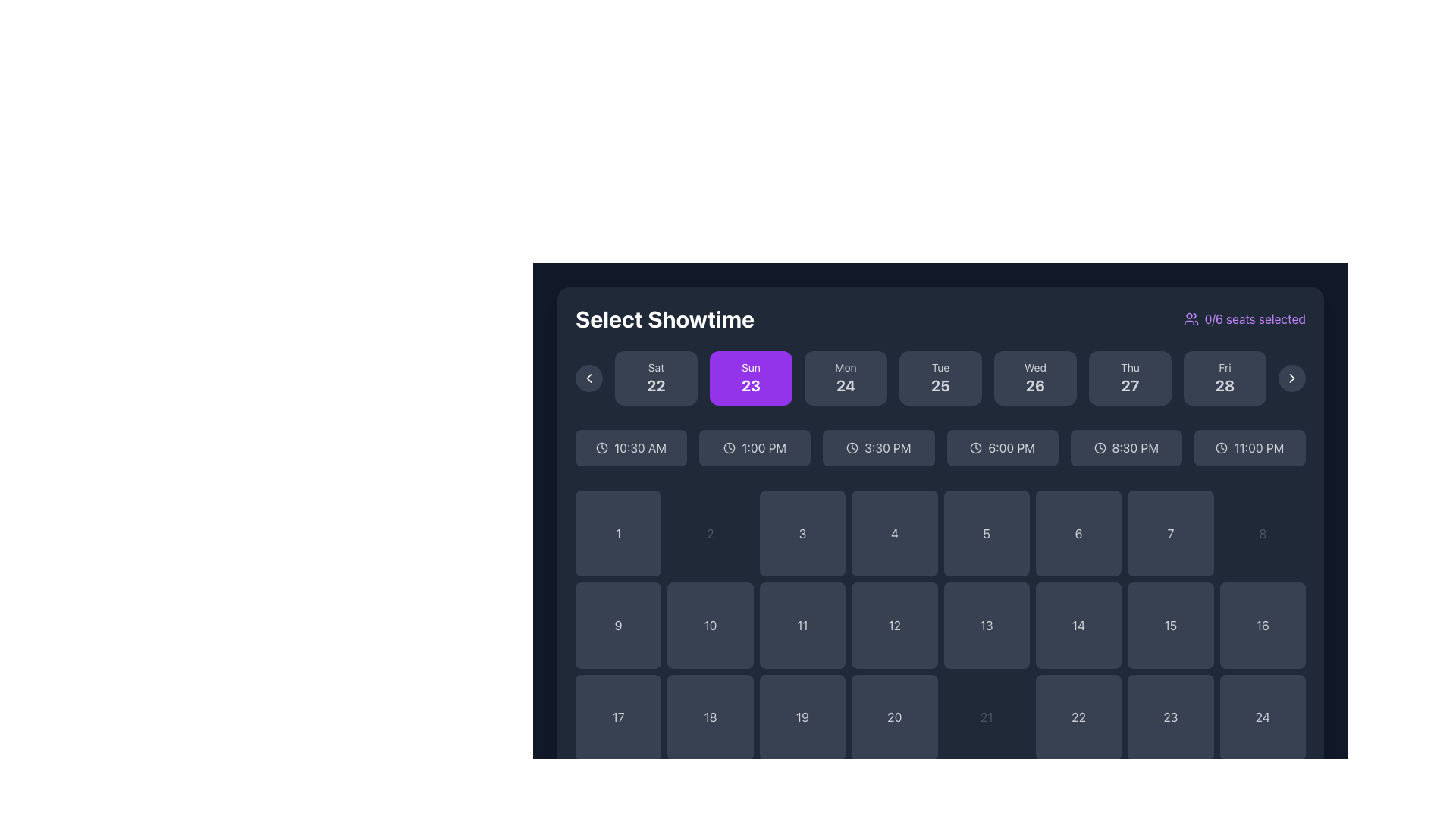  What do you see at coordinates (640, 447) in the screenshot?
I see `the '10:30 AM' button, which is a dark rectangular button with rounded corners` at bounding box center [640, 447].